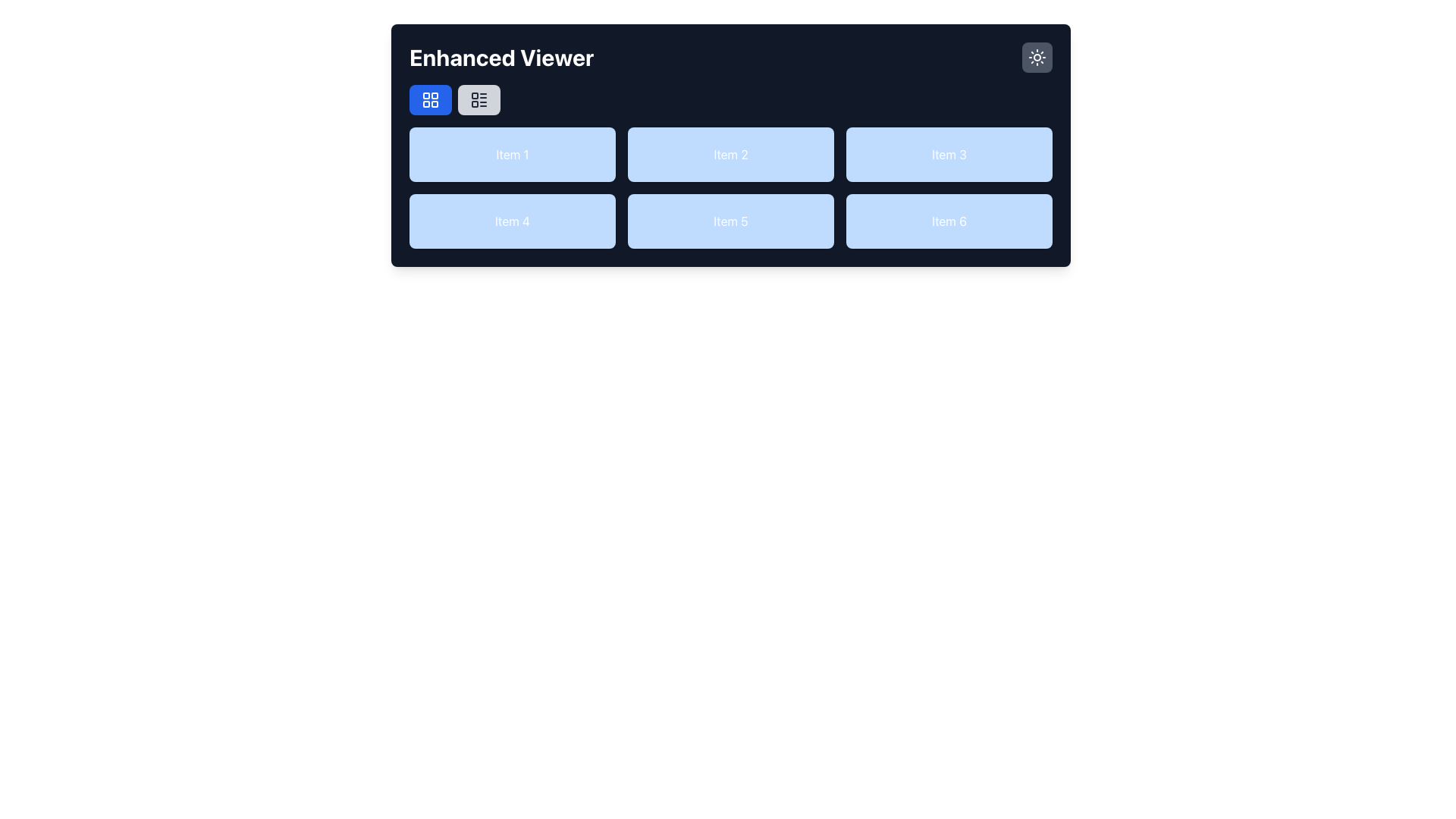 The height and width of the screenshot is (819, 1456). I want to click on the Static informational card labeled 'Item 5' located in the second row and second column of a 3x2 grid layout, so click(731, 221).